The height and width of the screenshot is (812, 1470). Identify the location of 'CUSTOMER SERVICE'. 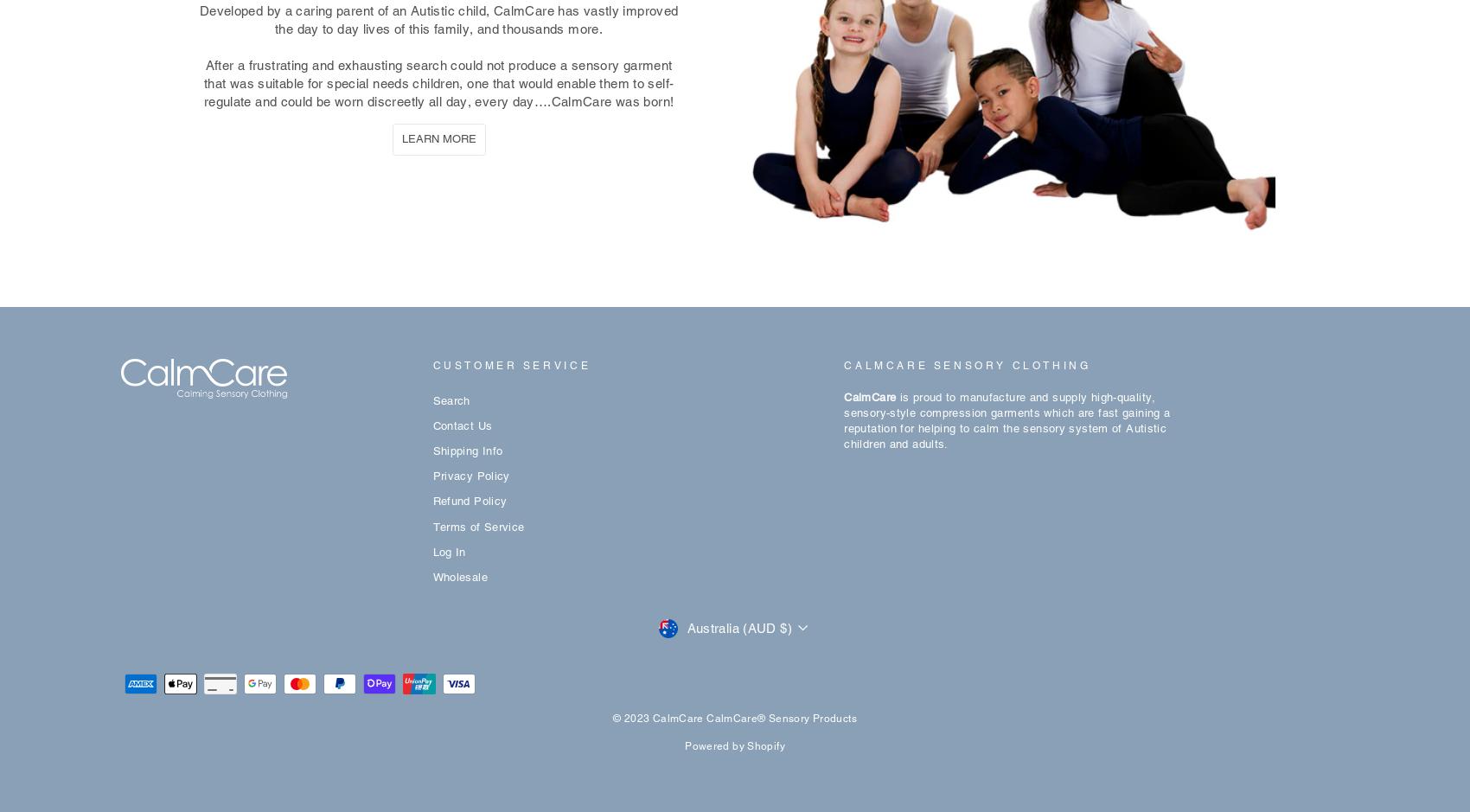
(510, 363).